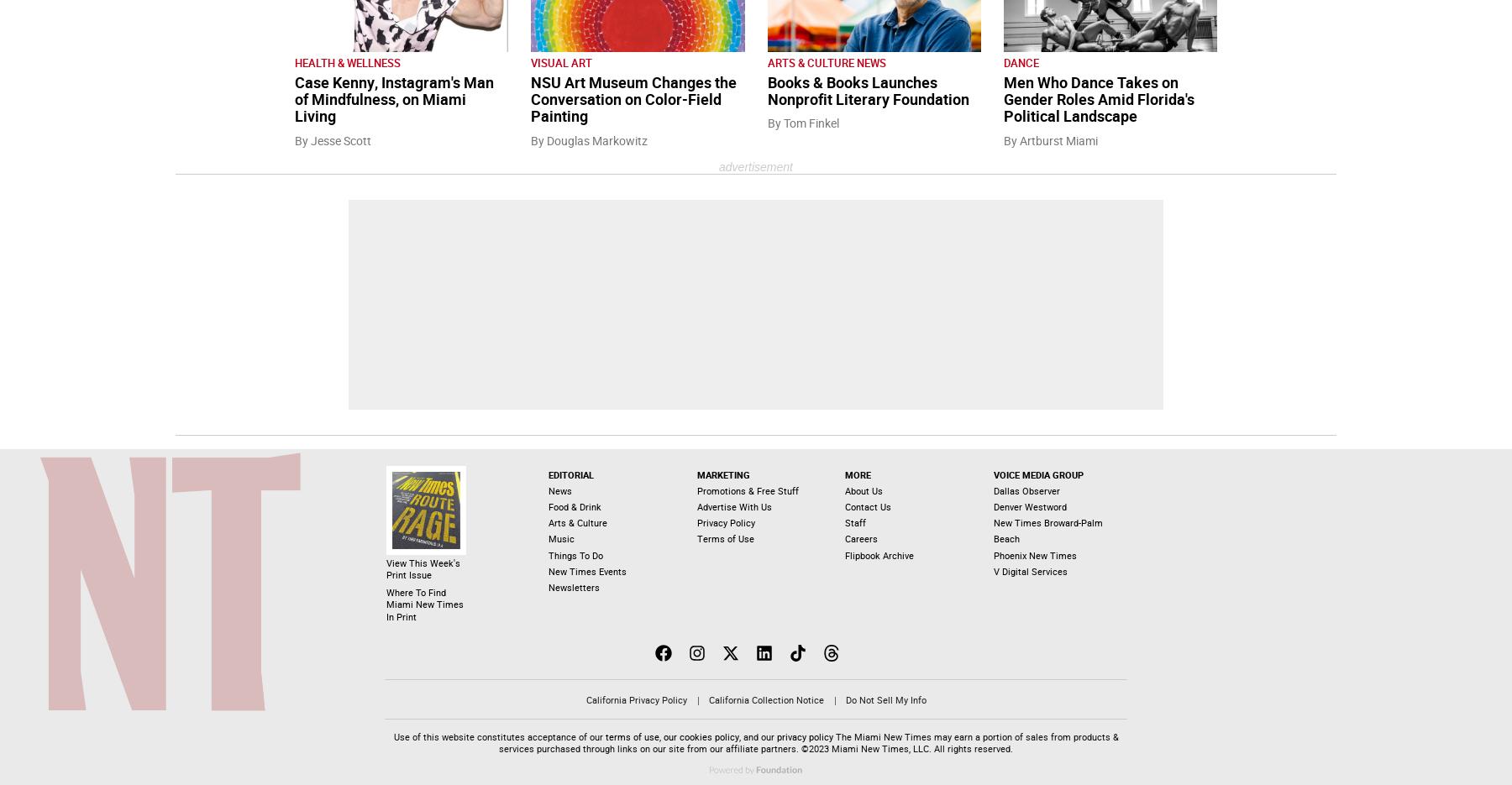 Image resolution: width=1512 pixels, height=785 pixels. I want to click on 'NSU Art Museum Changes the Conversation on Color-Field Painting', so click(633, 99).